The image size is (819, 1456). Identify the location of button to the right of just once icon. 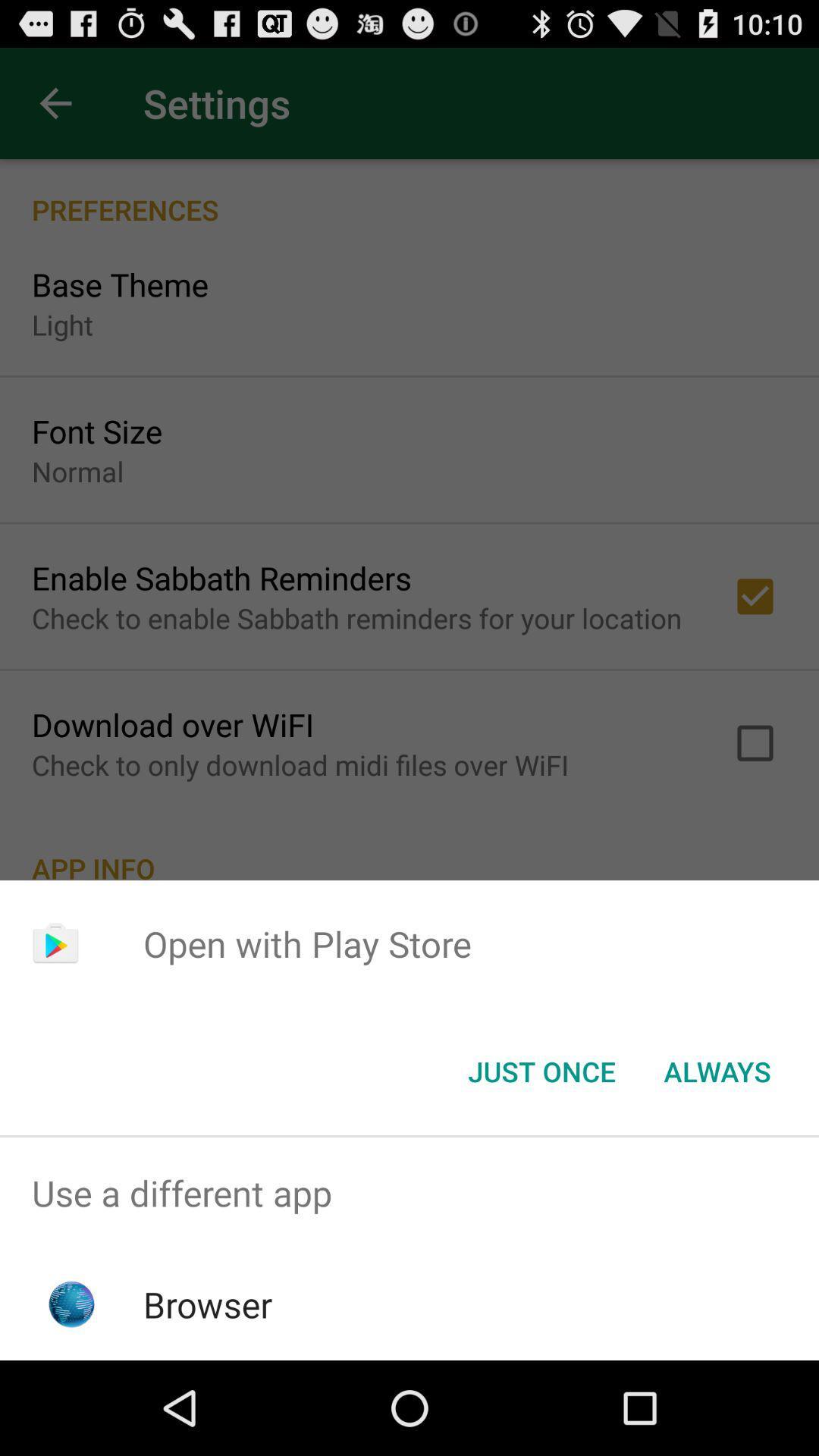
(717, 1070).